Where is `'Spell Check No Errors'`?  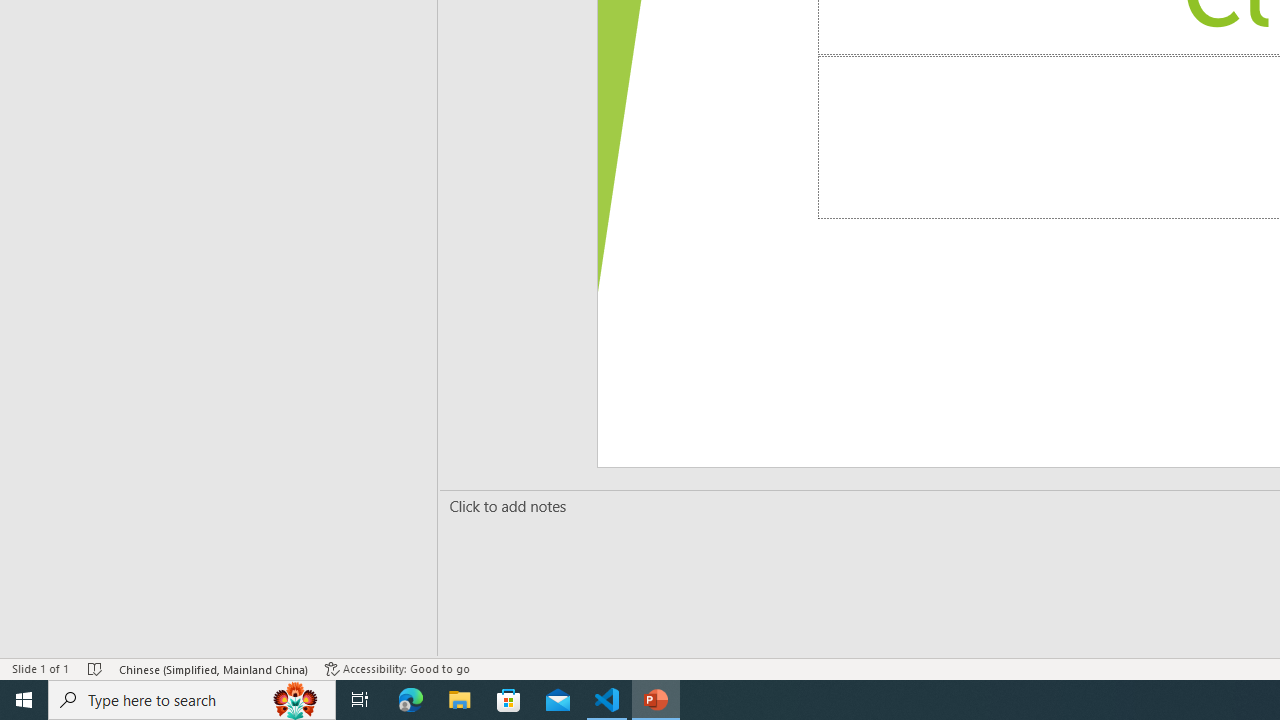
'Spell Check No Errors' is located at coordinates (95, 669).